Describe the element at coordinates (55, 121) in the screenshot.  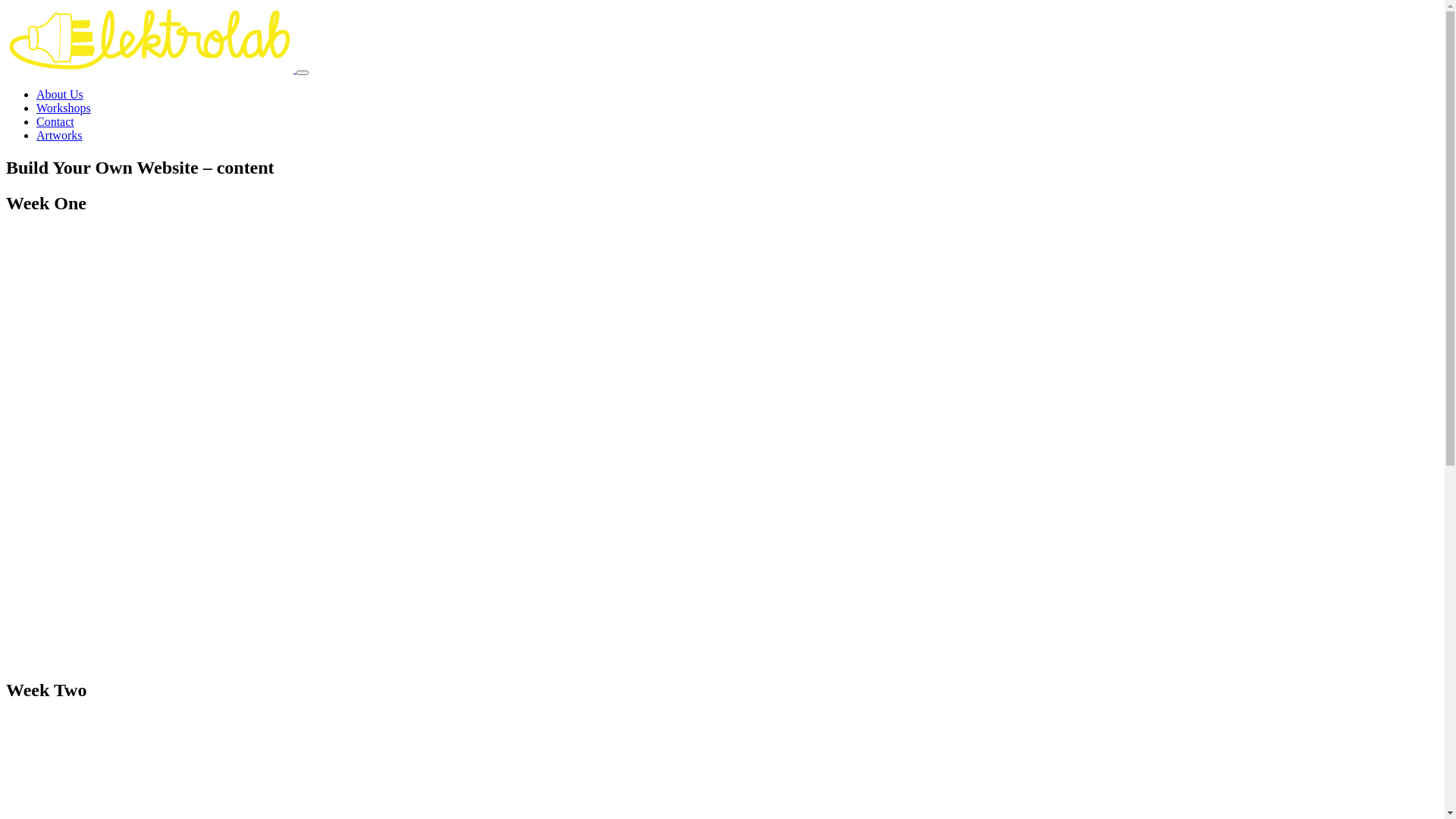
I see `'Contact'` at that location.